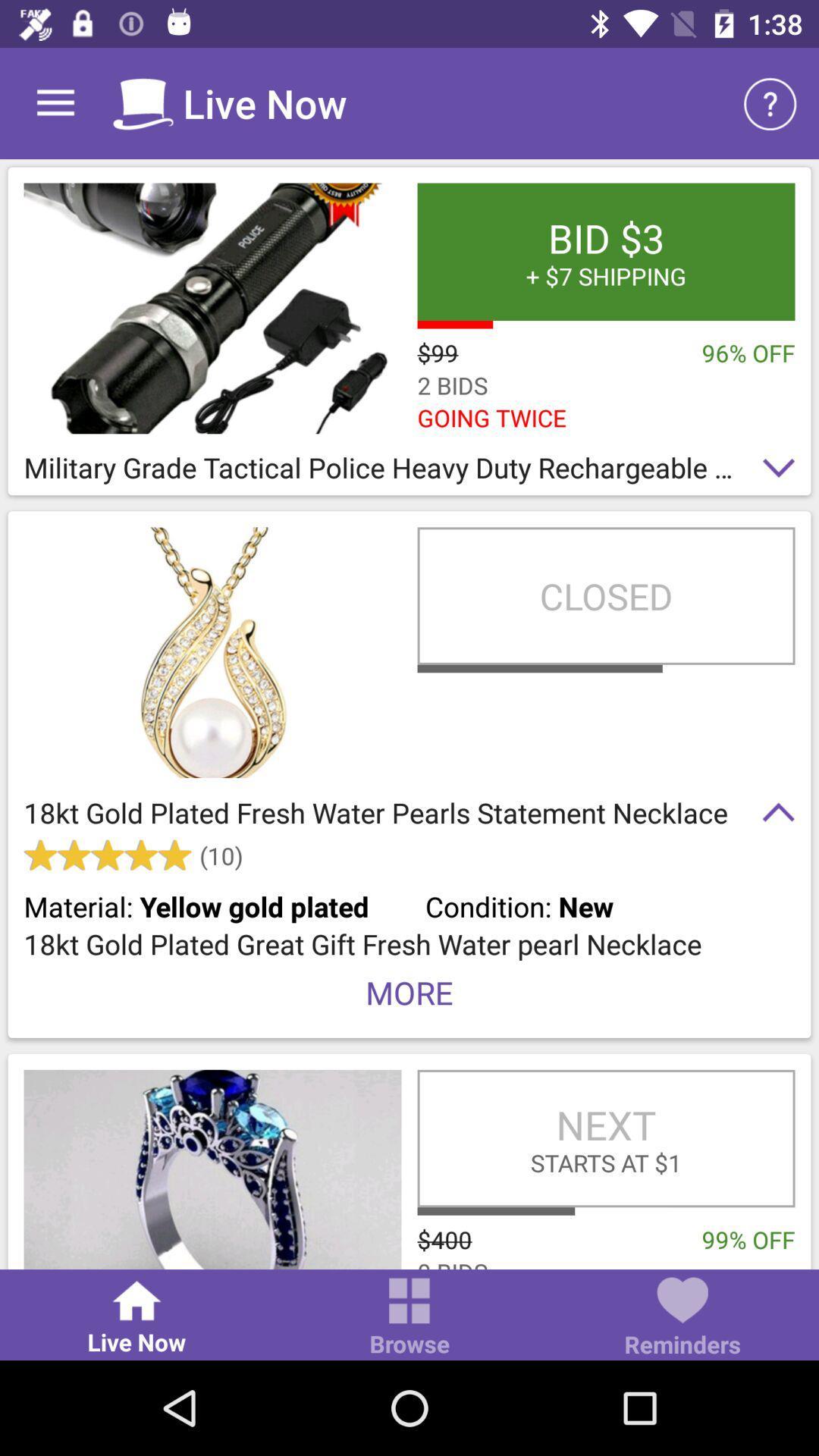  Describe the element at coordinates (409, 1317) in the screenshot. I see `the item next to live now icon` at that location.